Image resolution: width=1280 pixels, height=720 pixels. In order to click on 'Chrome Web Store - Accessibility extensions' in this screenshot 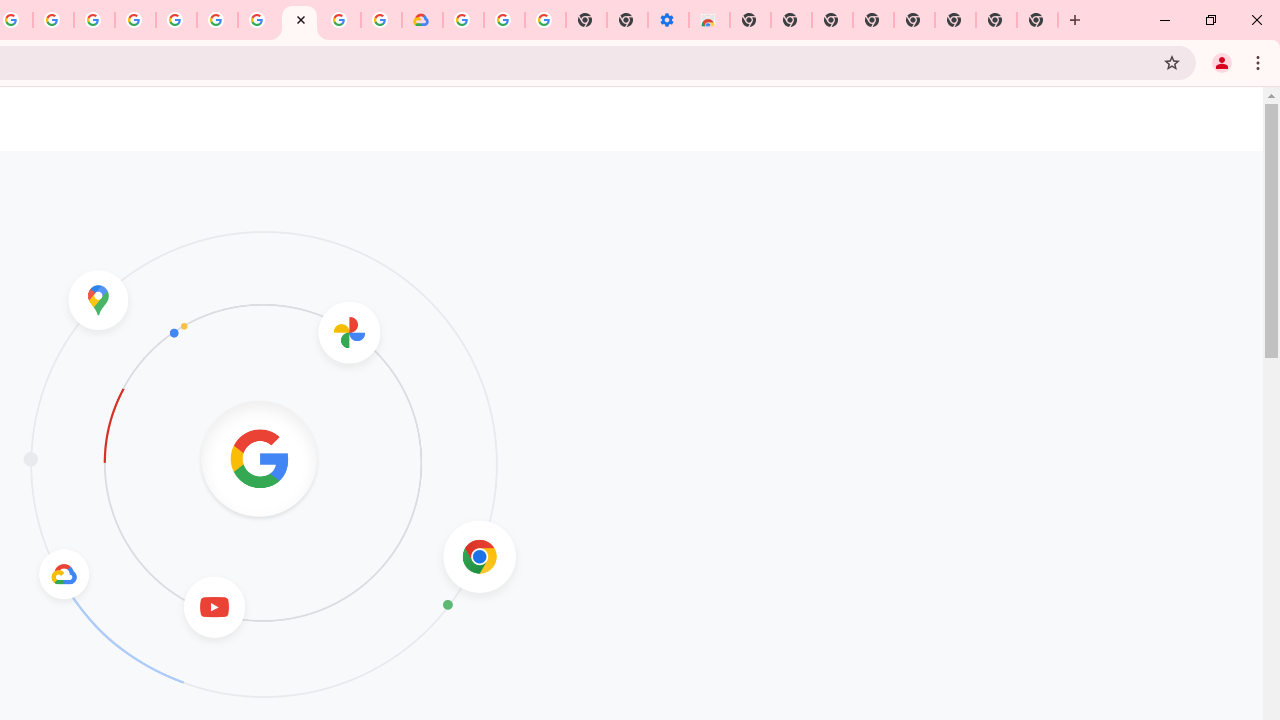, I will do `click(709, 20)`.